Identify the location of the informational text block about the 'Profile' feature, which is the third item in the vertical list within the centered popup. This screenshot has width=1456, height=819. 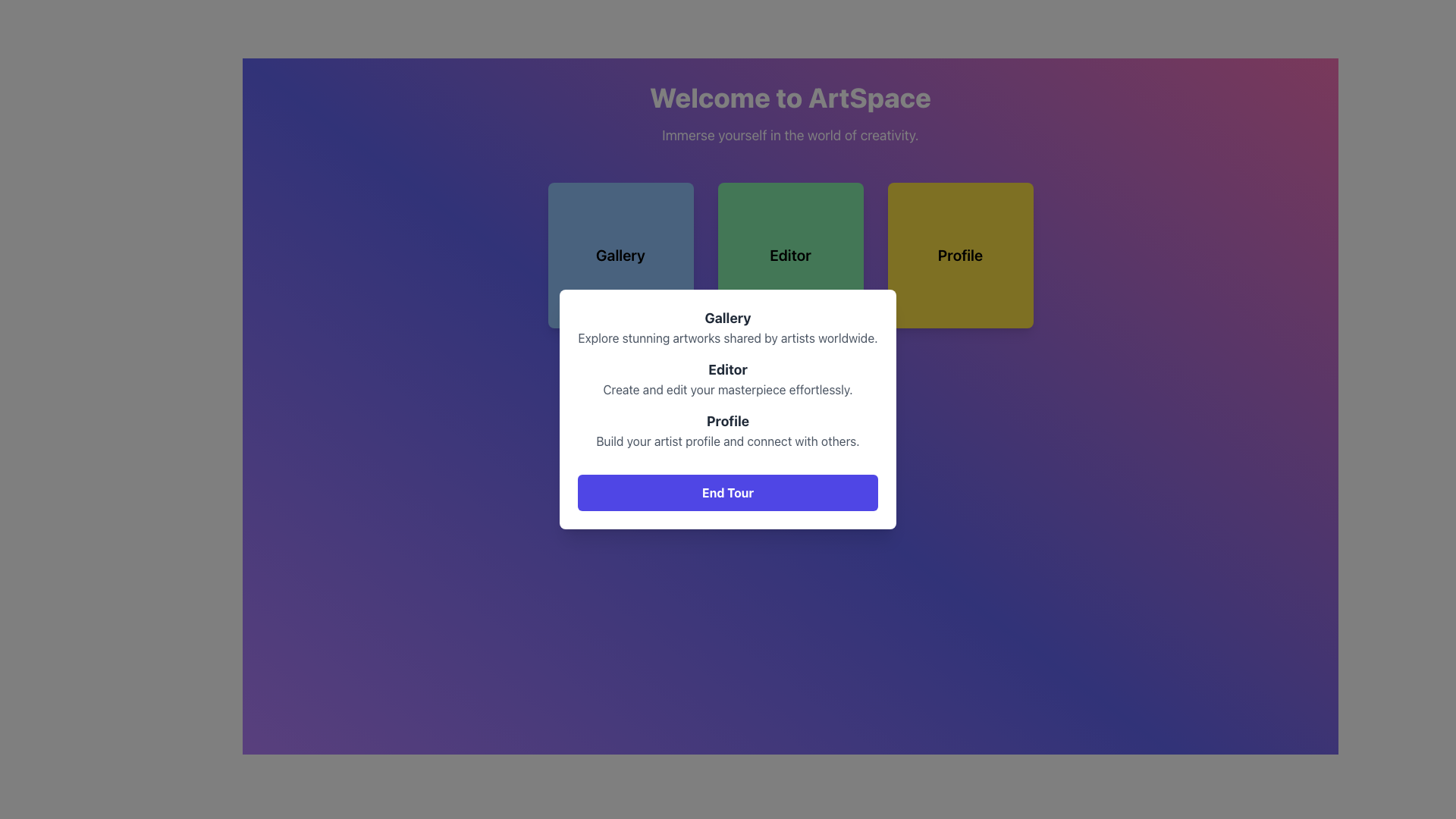
(728, 430).